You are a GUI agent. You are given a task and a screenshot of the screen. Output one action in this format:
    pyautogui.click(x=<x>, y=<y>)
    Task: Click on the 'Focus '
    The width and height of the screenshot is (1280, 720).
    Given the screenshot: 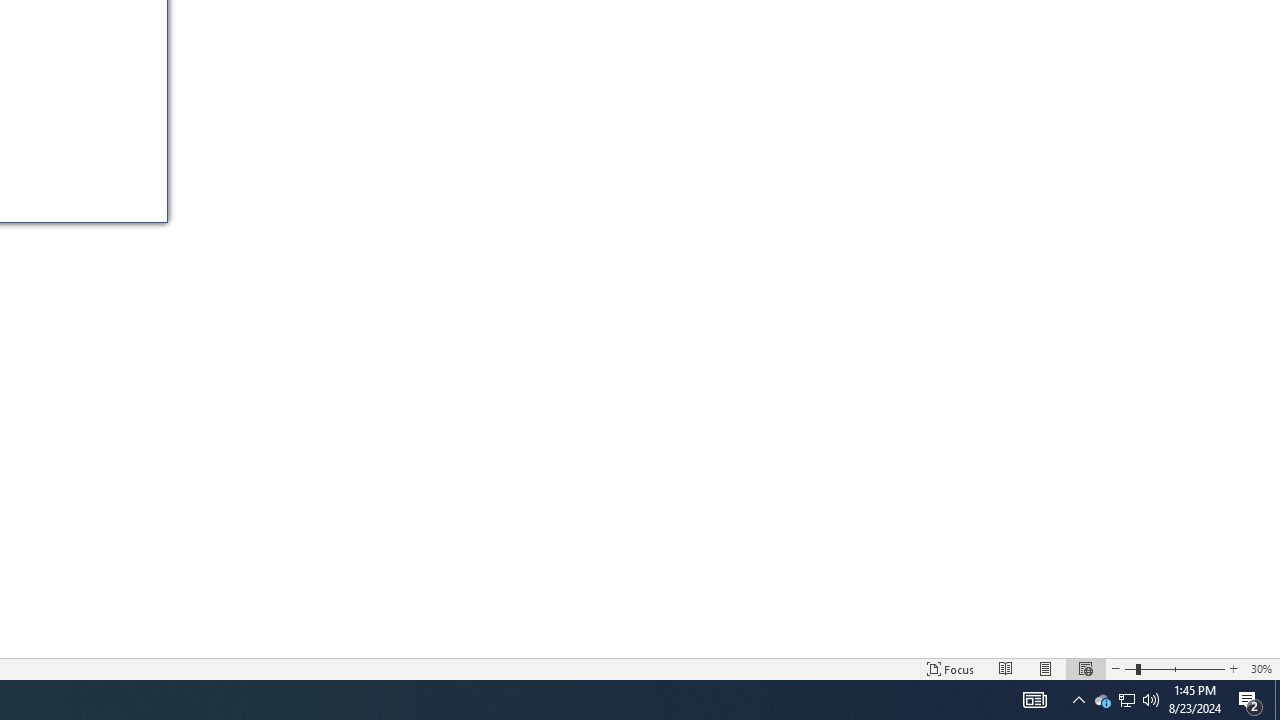 What is the action you would take?
    pyautogui.click(x=950, y=669)
    